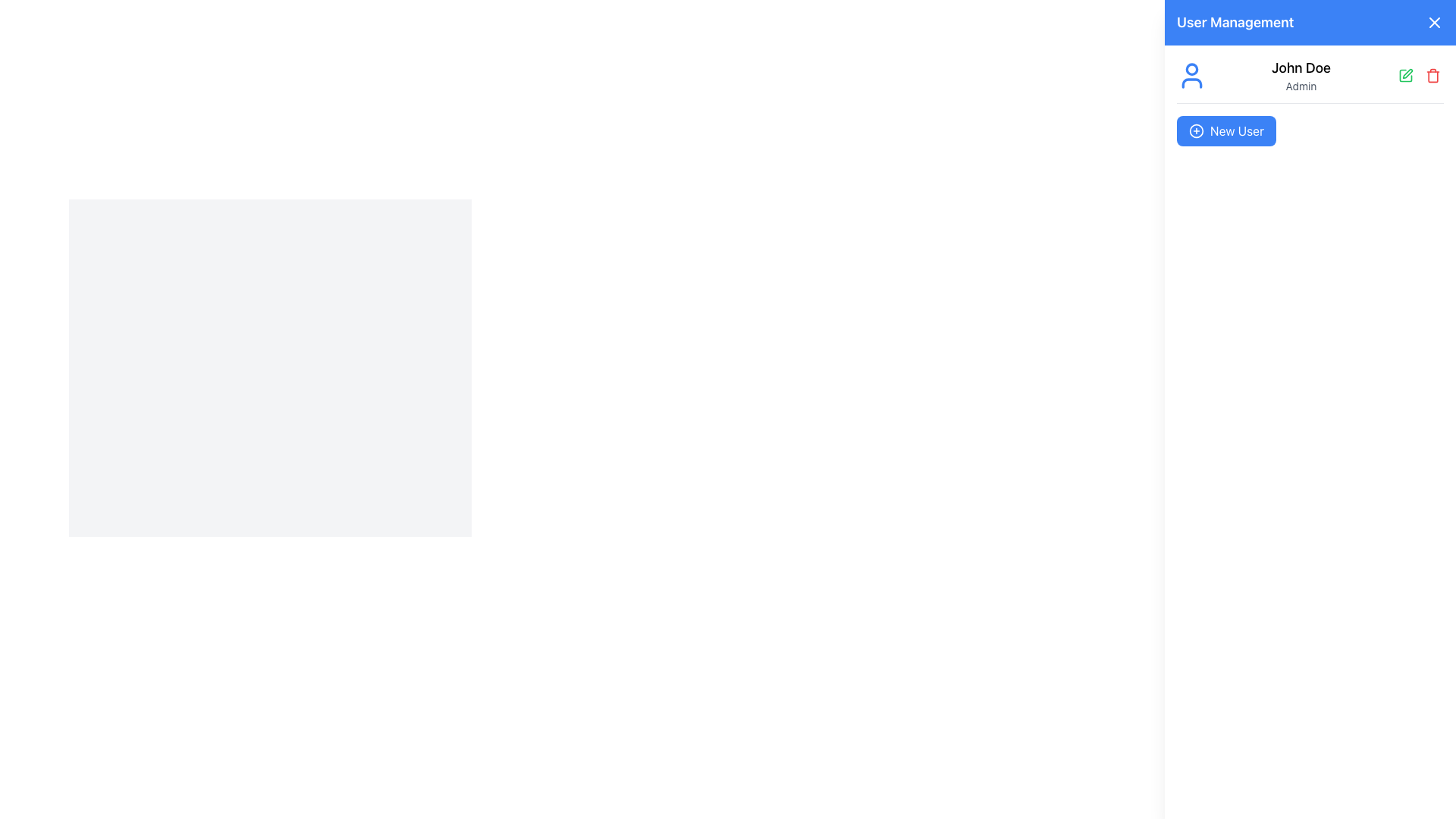  Describe the element at coordinates (1407, 74) in the screenshot. I see `the small green circular icon with a pen or edit symbol, located in the top-right corner of the user details panel` at that location.